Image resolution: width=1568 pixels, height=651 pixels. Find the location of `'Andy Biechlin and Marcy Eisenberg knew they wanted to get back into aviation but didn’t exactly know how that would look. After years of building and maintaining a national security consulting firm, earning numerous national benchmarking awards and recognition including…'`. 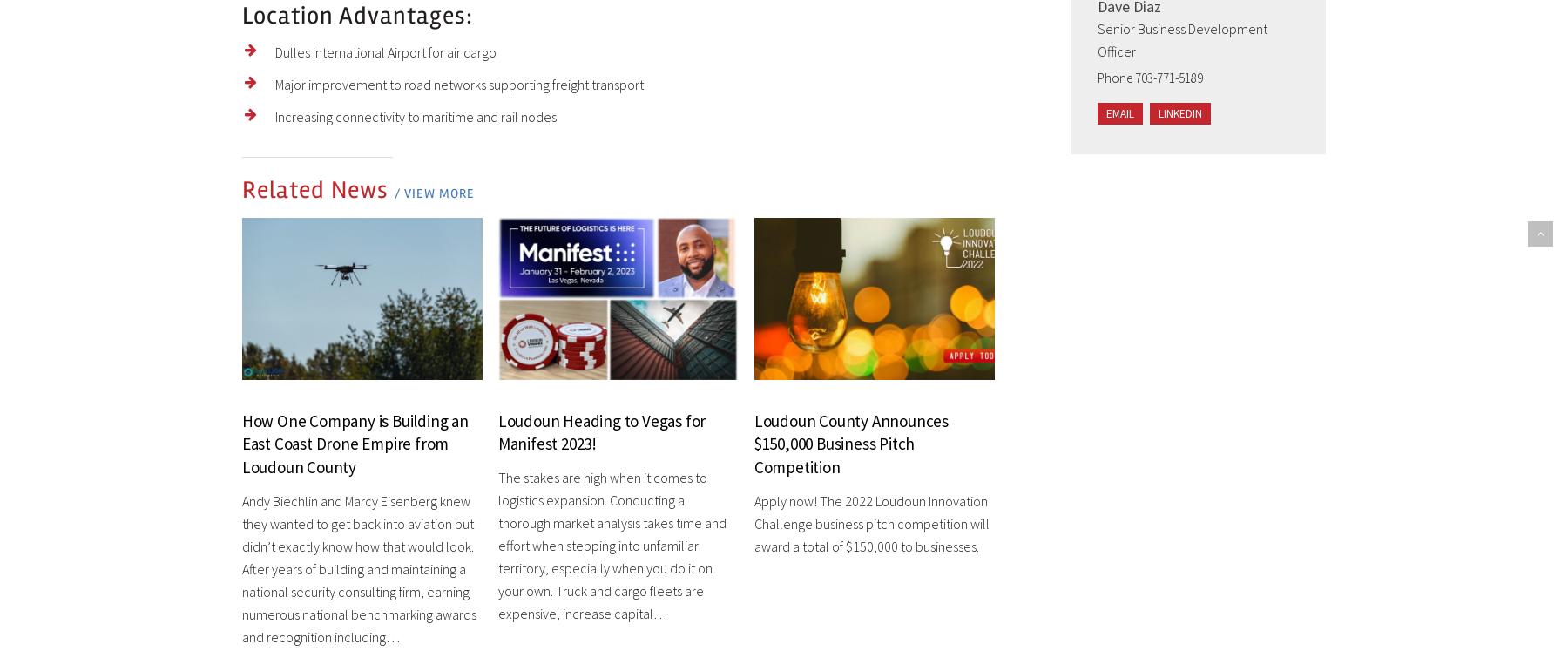

'Andy Biechlin and Marcy Eisenberg knew they wanted to get back into aviation but didn’t exactly know how that would look. After years of building and maintaining a national security consulting firm, earning numerous national benchmarking awards and recognition including…' is located at coordinates (358, 566).